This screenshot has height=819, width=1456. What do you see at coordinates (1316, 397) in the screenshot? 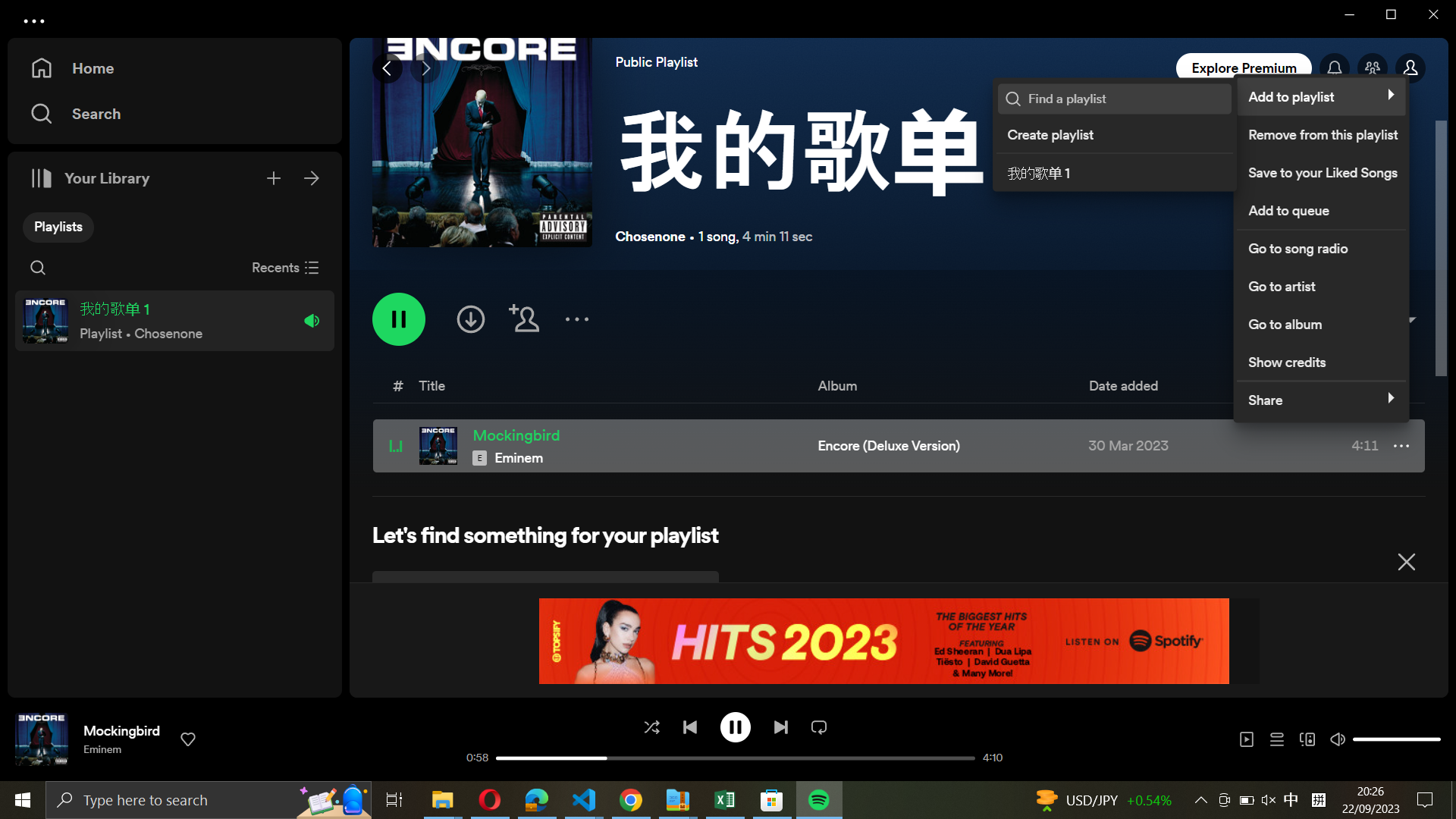
I see `Disseminate the melody` at bounding box center [1316, 397].